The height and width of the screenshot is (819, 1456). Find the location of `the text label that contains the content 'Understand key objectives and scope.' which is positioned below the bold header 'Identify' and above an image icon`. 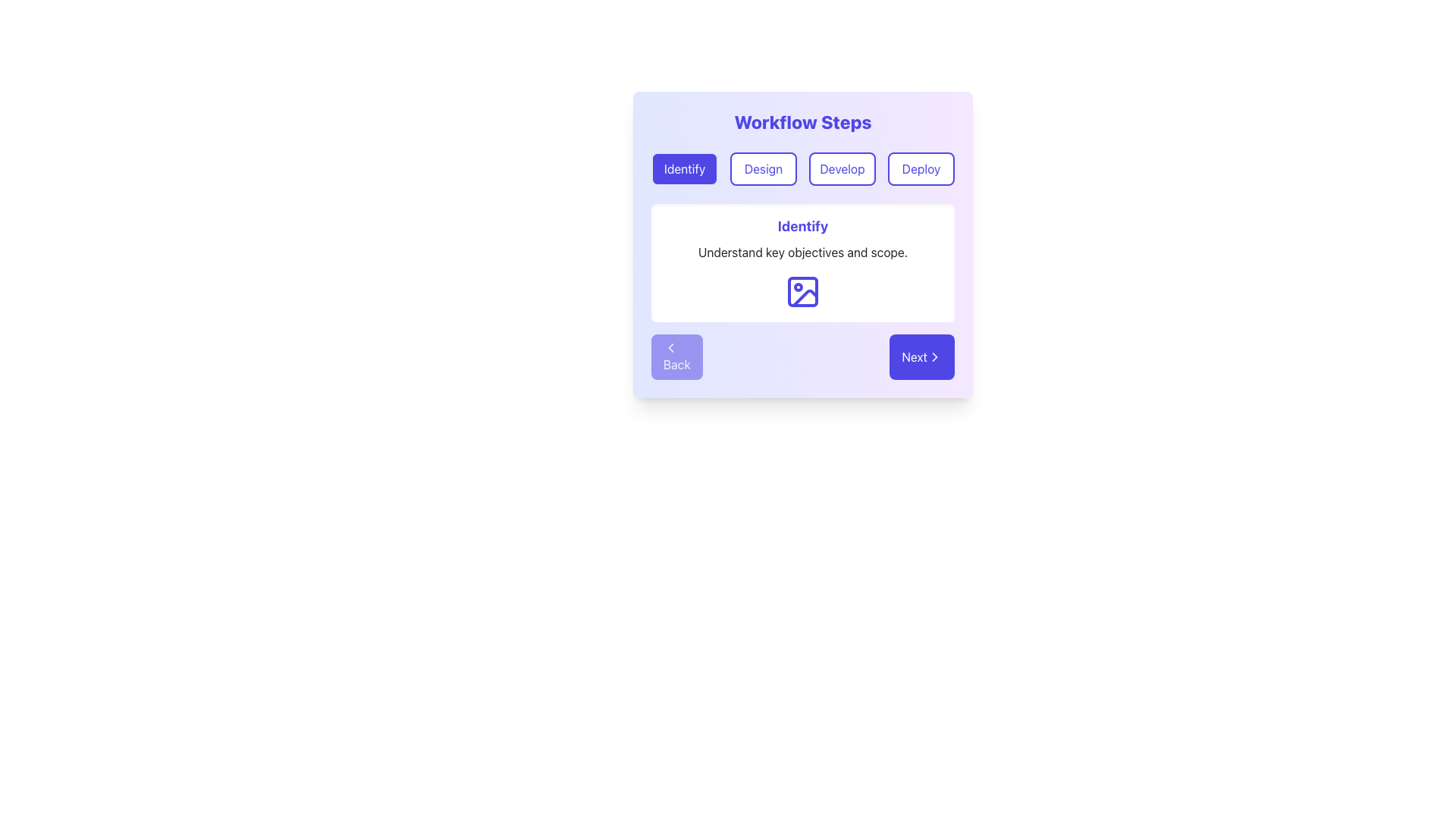

the text label that contains the content 'Understand key objectives and scope.' which is positioned below the bold header 'Identify' and above an image icon is located at coordinates (802, 251).